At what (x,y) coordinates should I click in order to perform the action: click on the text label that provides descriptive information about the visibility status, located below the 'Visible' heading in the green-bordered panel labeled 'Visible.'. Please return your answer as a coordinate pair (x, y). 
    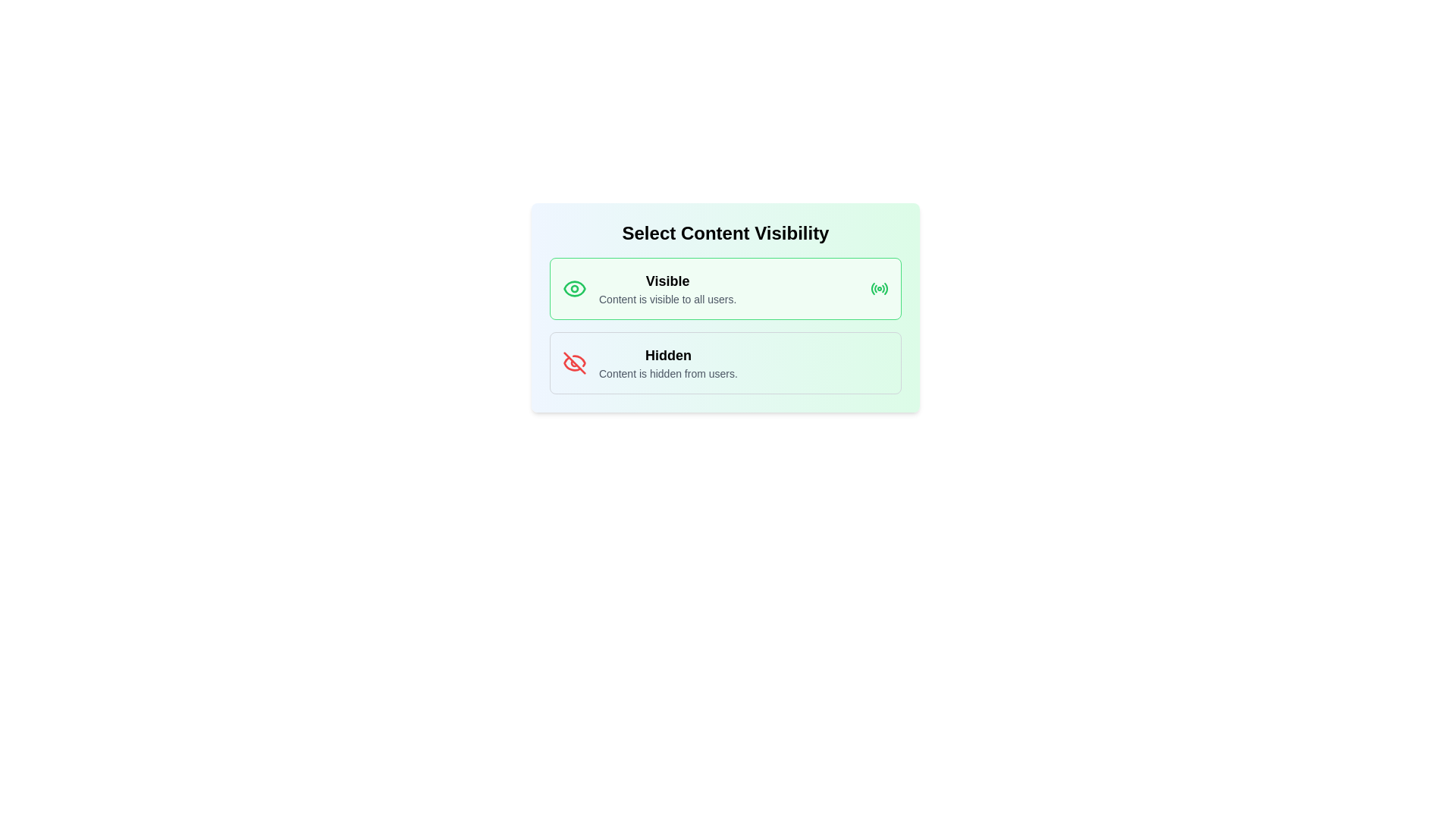
    Looking at the image, I should click on (667, 299).